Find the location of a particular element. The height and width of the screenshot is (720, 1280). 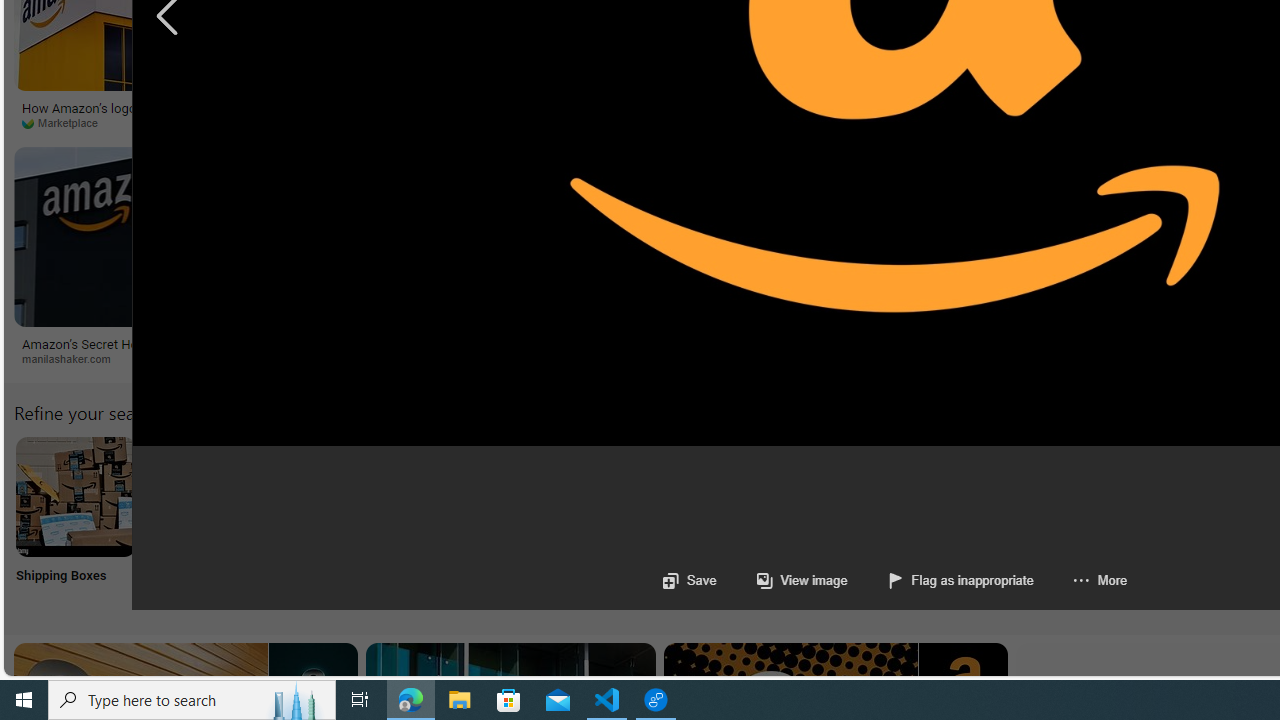

'protothema.gr' is located at coordinates (720, 357).